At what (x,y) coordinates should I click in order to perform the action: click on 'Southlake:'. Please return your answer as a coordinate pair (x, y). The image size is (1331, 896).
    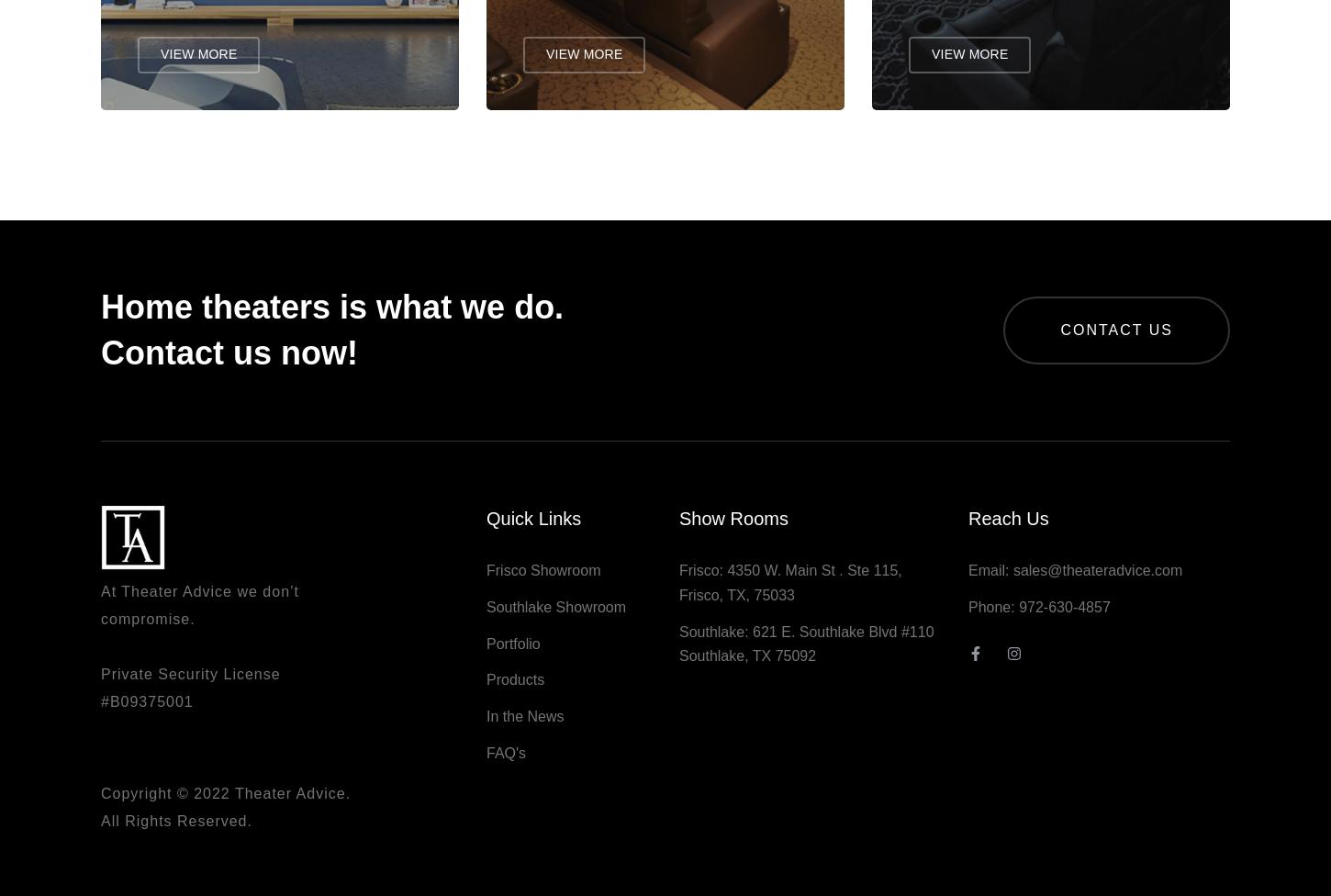
    Looking at the image, I should click on (713, 639).